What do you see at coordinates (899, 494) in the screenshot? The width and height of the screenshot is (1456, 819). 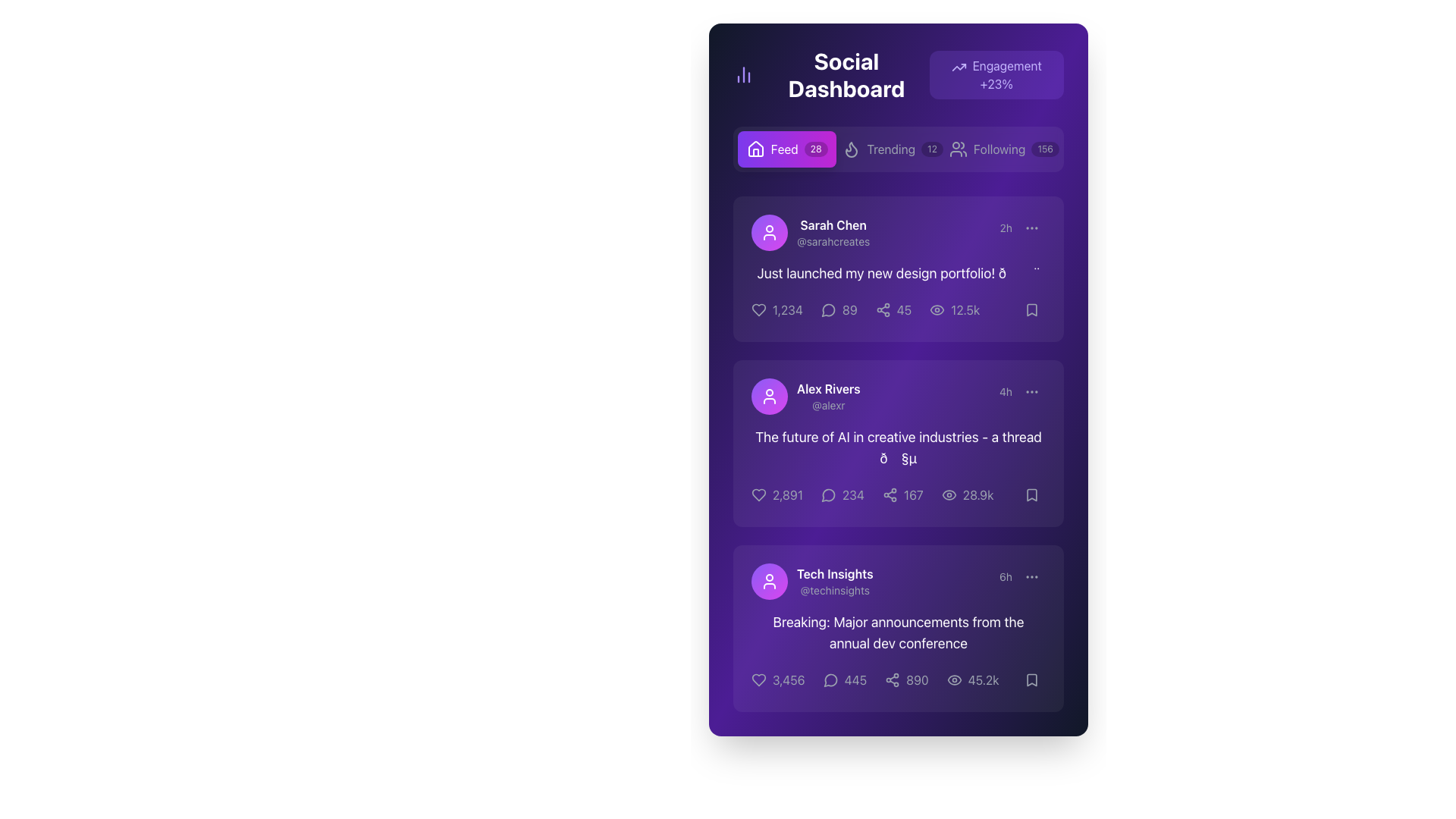 I see `the button with a share icon and the number '167' on a purple background` at bounding box center [899, 494].